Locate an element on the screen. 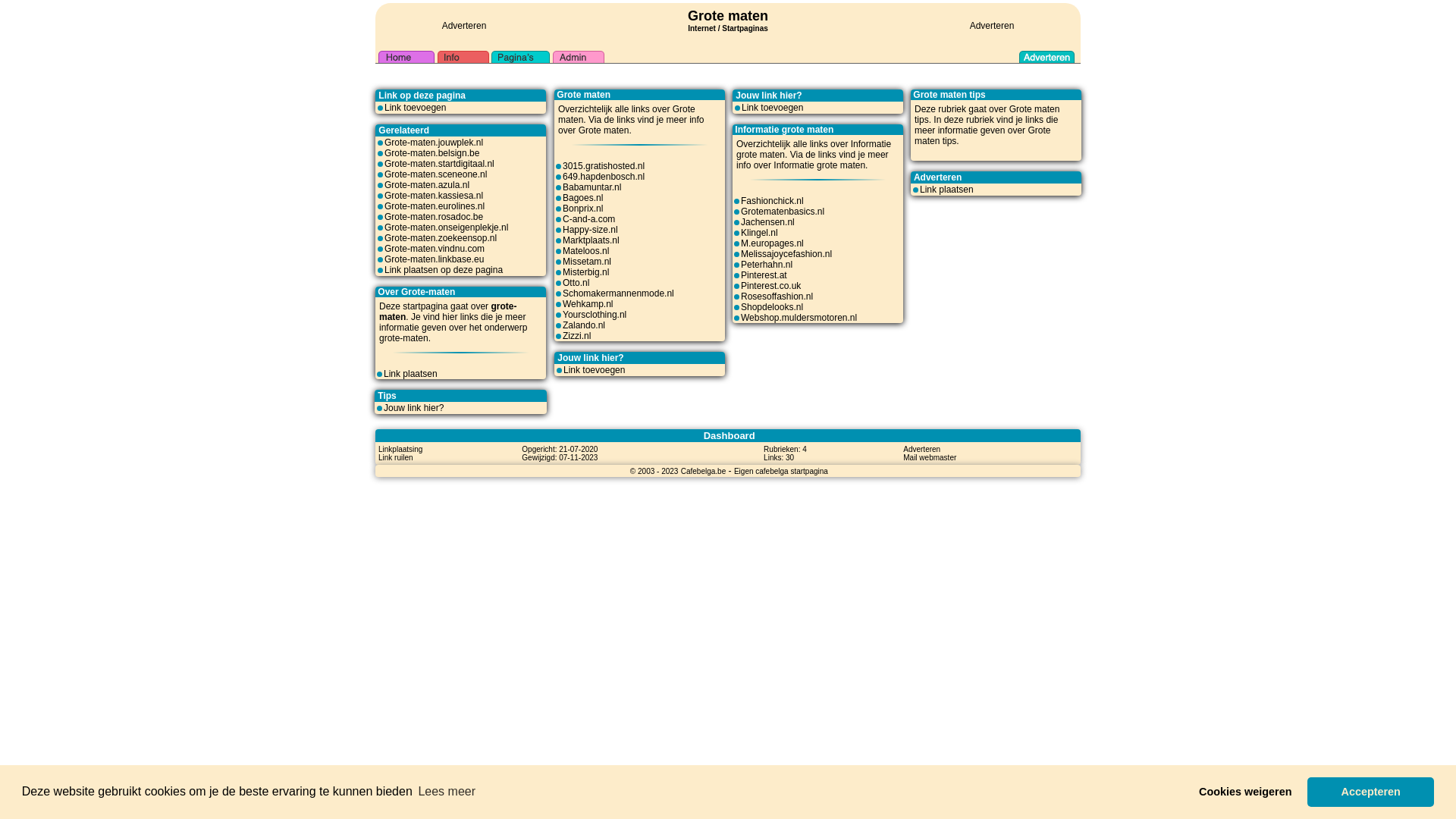 This screenshot has width=1456, height=819. 'Otto.nl' is located at coordinates (575, 283).